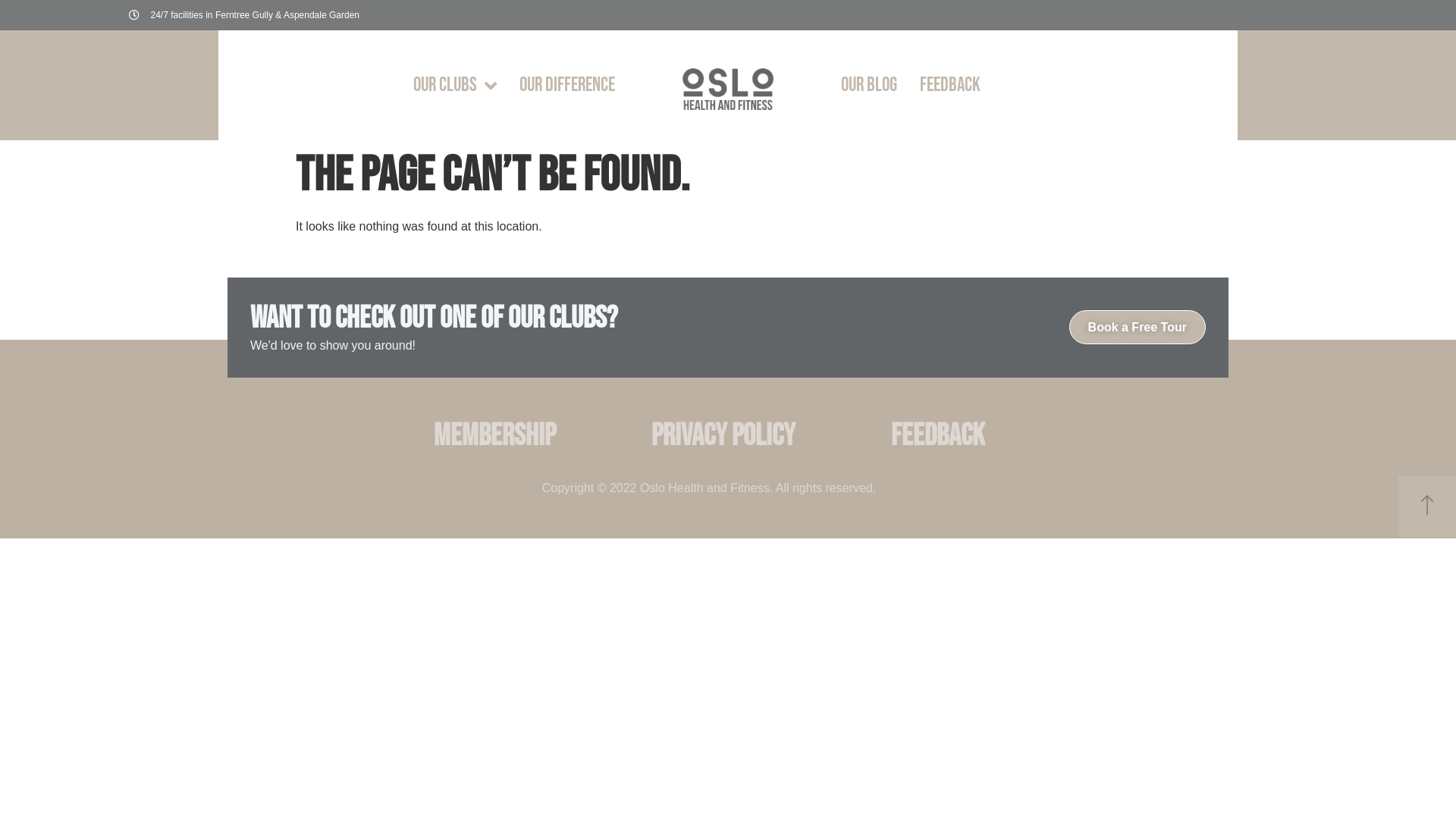 The height and width of the screenshot is (819, 1456). What do you see at coordinates (869, 85) in the screenshot?
I see `'Our Blog'` at bounding box center [869, 85].